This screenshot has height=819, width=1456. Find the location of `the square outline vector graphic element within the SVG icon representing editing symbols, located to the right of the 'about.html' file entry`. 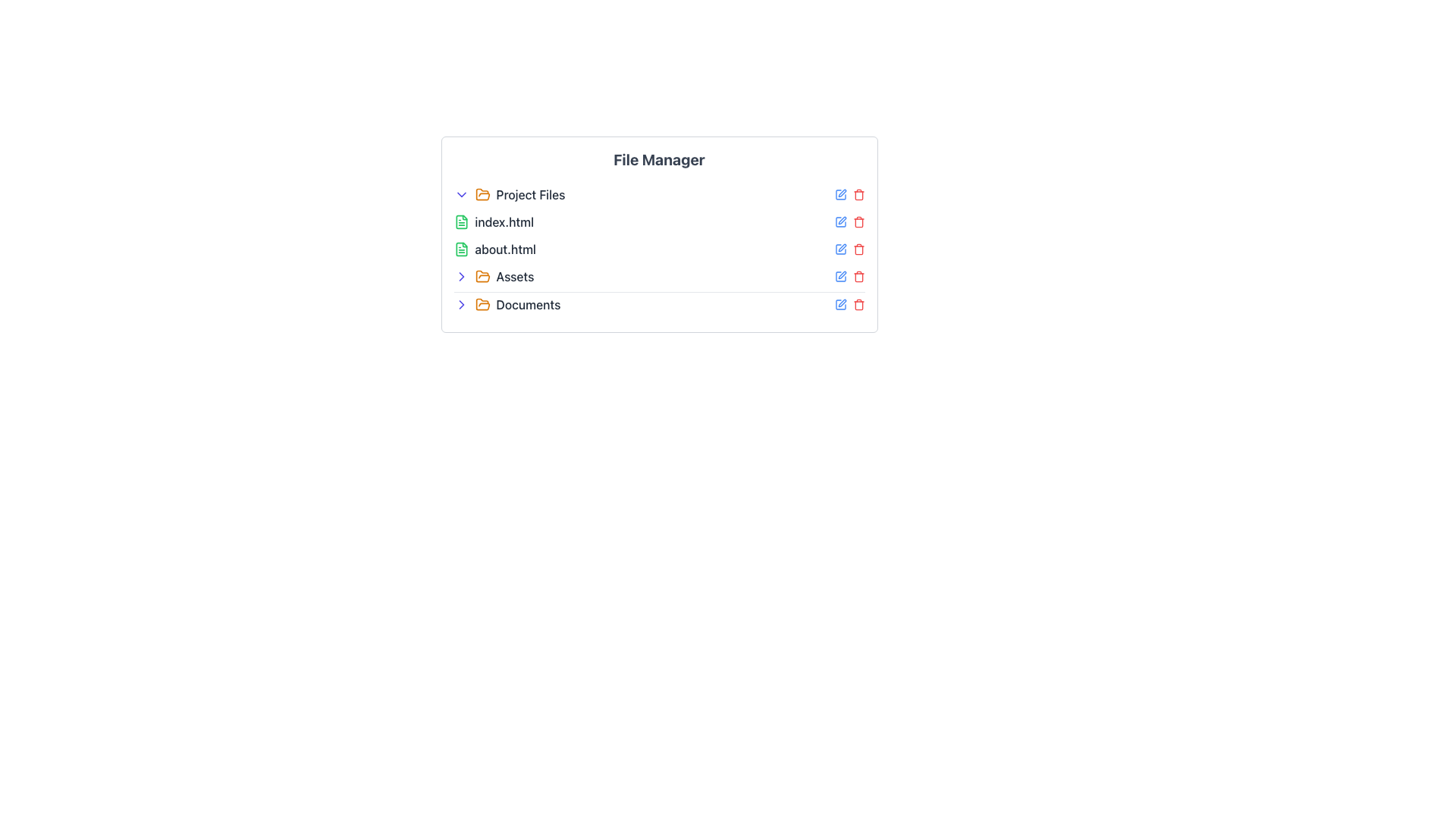

the square outline vector graphic element within the SVG icon representing editing symbols, located to the right of the 'about.html' file entry is located at coordinates (839, 248).